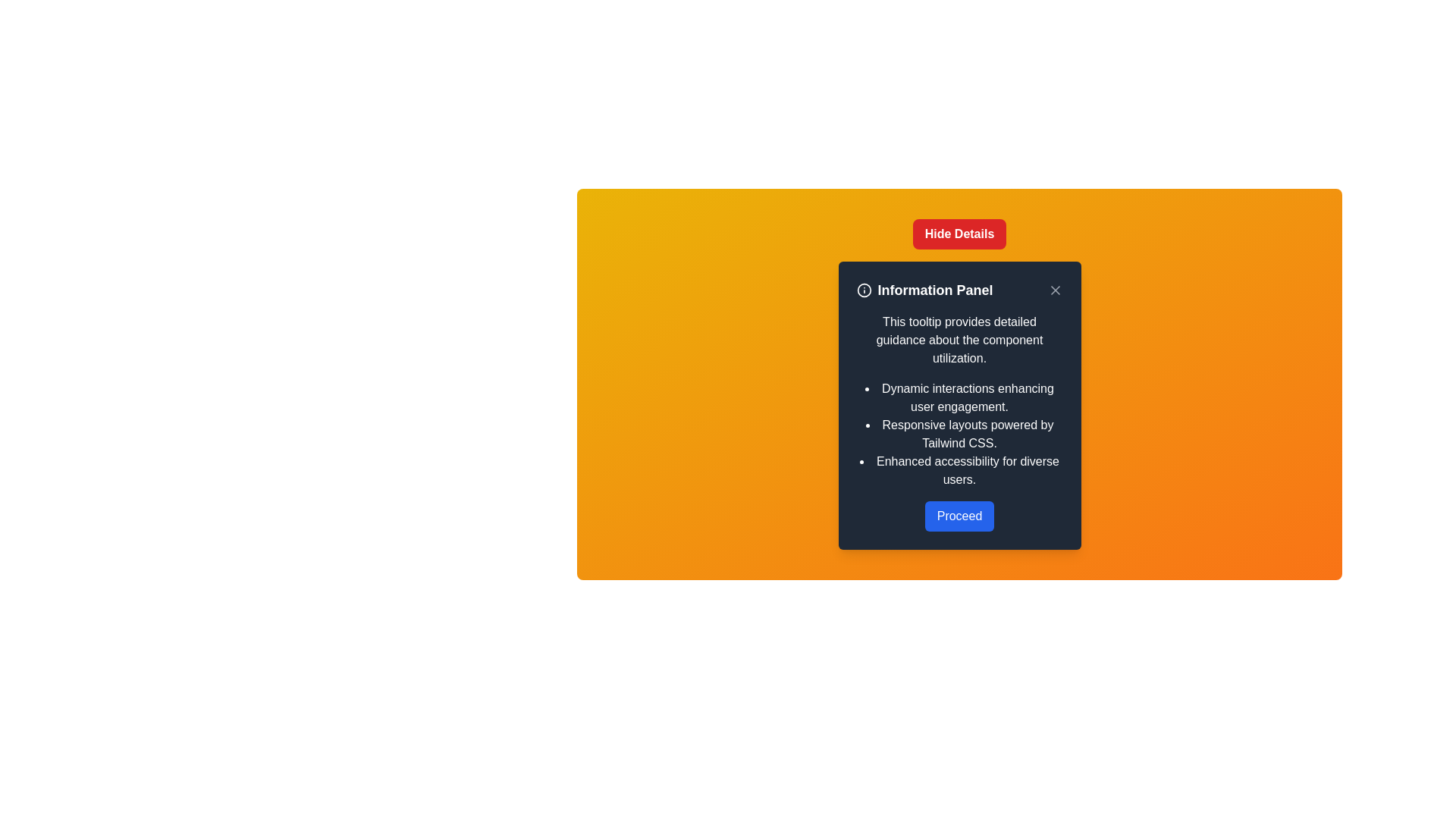 The height and width of the screenshot is (819, 1456). I want to click on the third item in the vertical bullet list that provides information about enhanced accessibility features, located between 'Responsive layouts powered by Tailwind CSS.' and the 'Proceed' button, so click(959, 470).